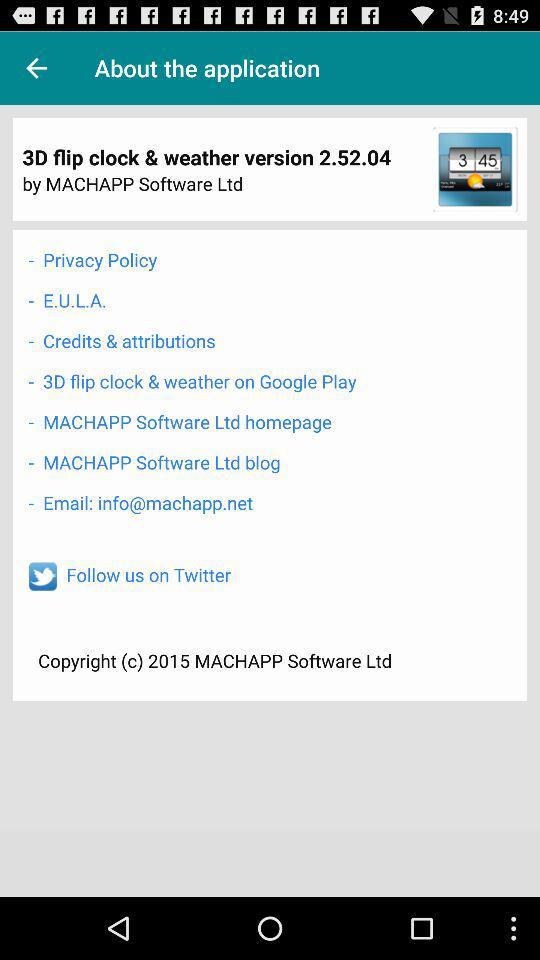  I want to click on the icon next to the follow us on, so click(42, 576).